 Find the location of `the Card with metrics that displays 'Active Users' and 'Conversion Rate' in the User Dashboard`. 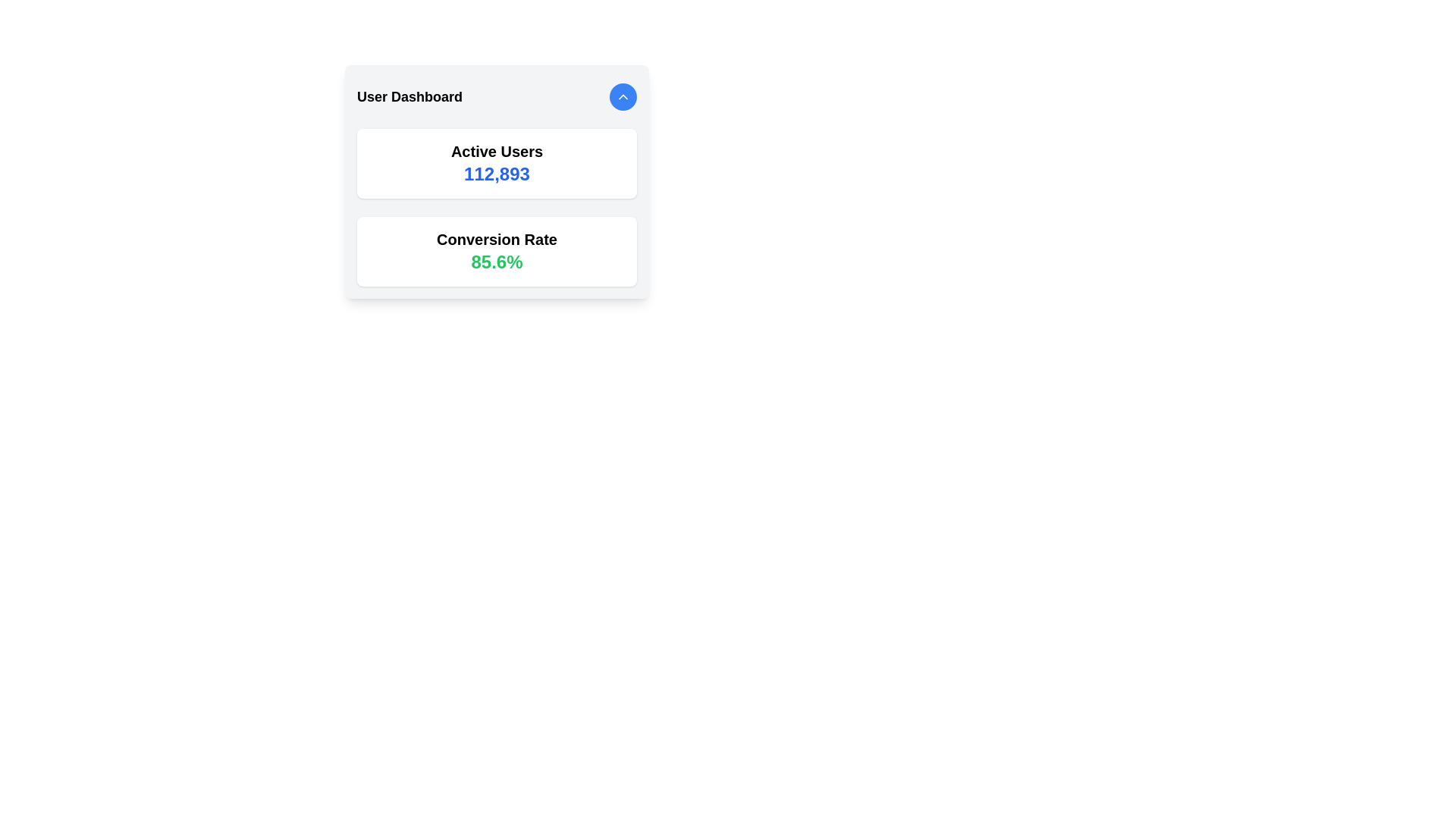

the Card with metrics that displays 'Active Users' and 'Conversion Rate' in the User Dashboard is located at coordinates (497, 207).